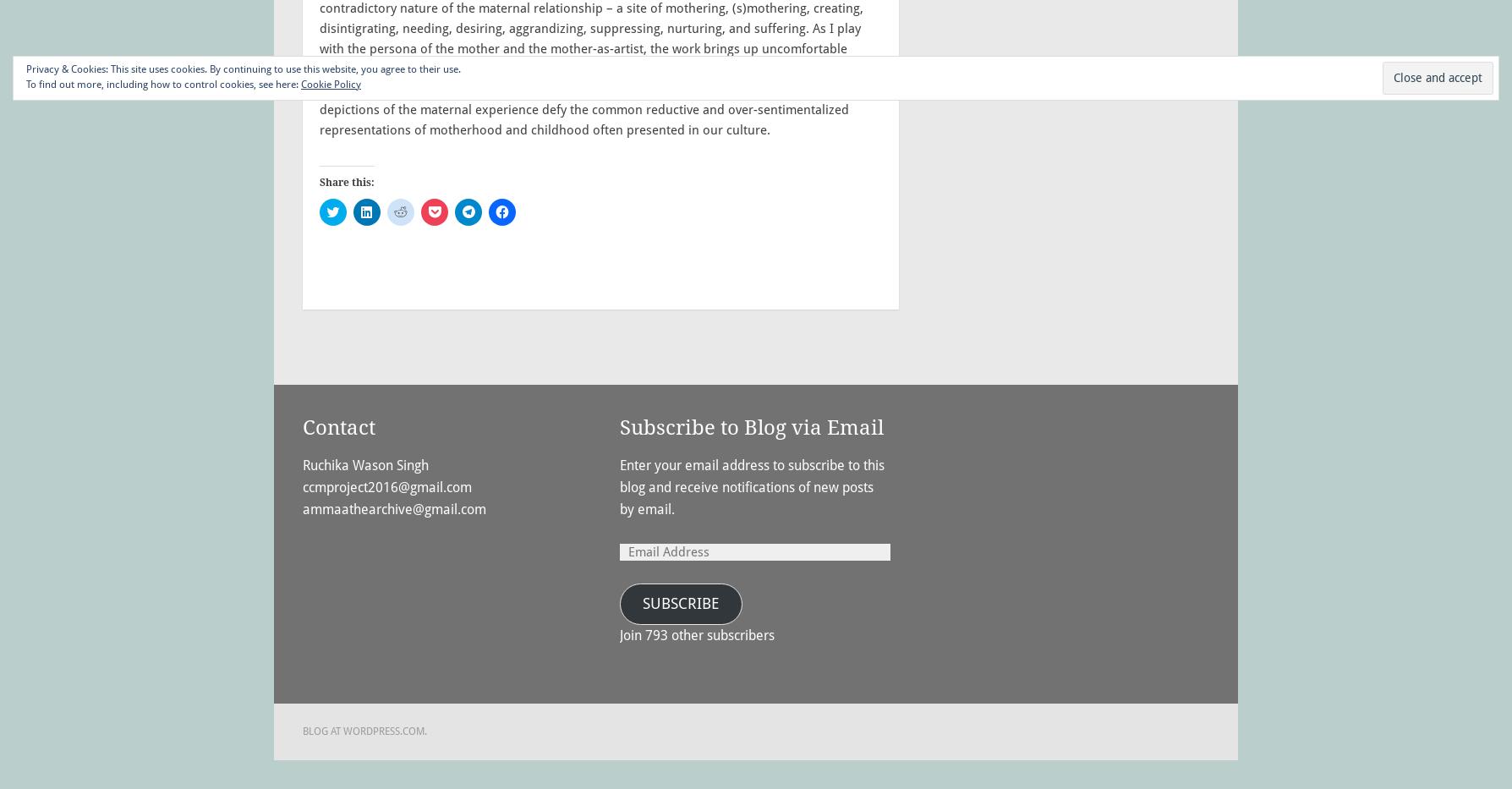  I want to click on 'Privacy & Cookies: This site uses cookies. By continuing to use this website, you agree to their use.', so click(243, 69).